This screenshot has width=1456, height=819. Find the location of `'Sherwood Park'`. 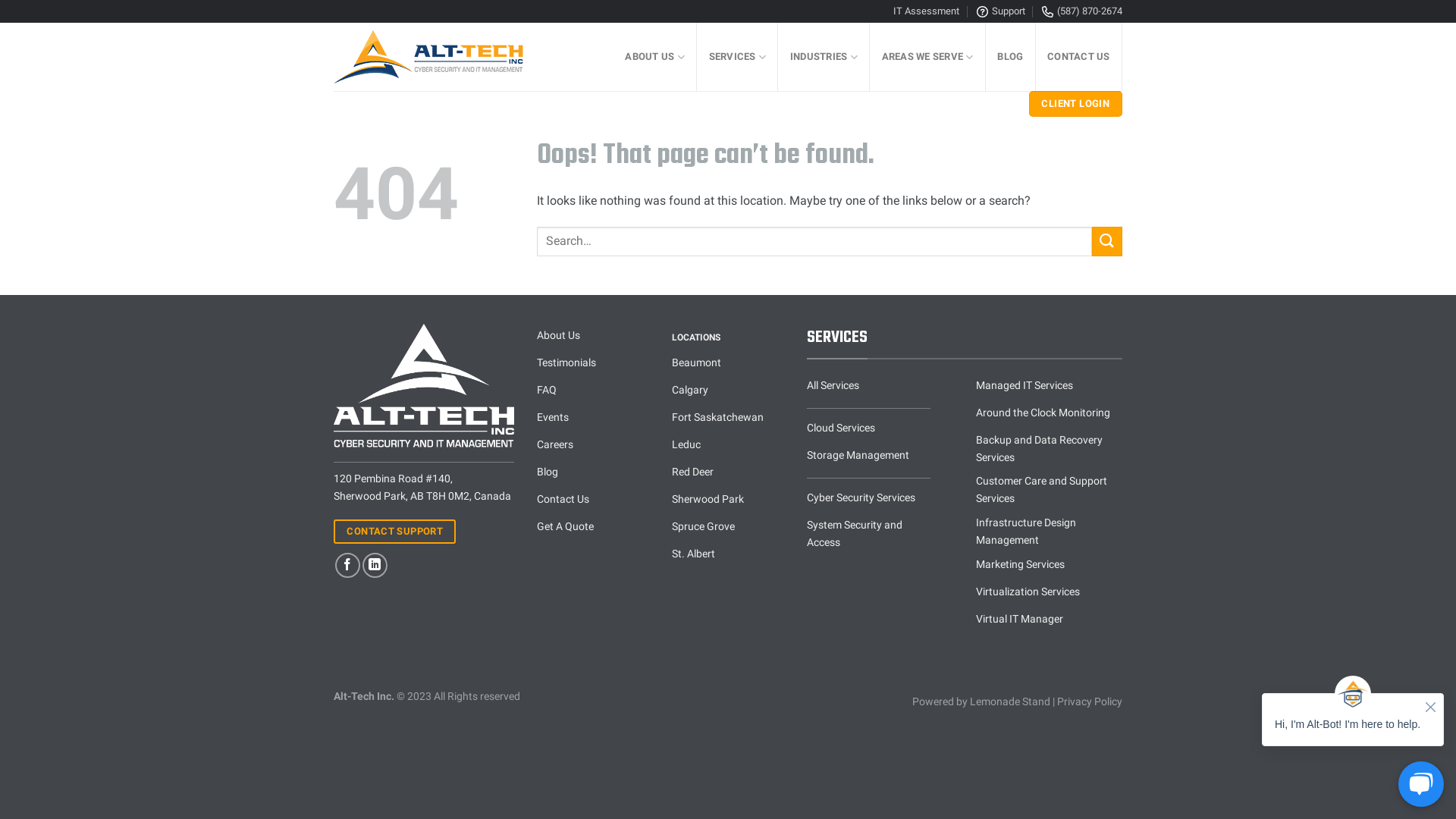

'Sherwood Park' is located at coordinates (728, 500).